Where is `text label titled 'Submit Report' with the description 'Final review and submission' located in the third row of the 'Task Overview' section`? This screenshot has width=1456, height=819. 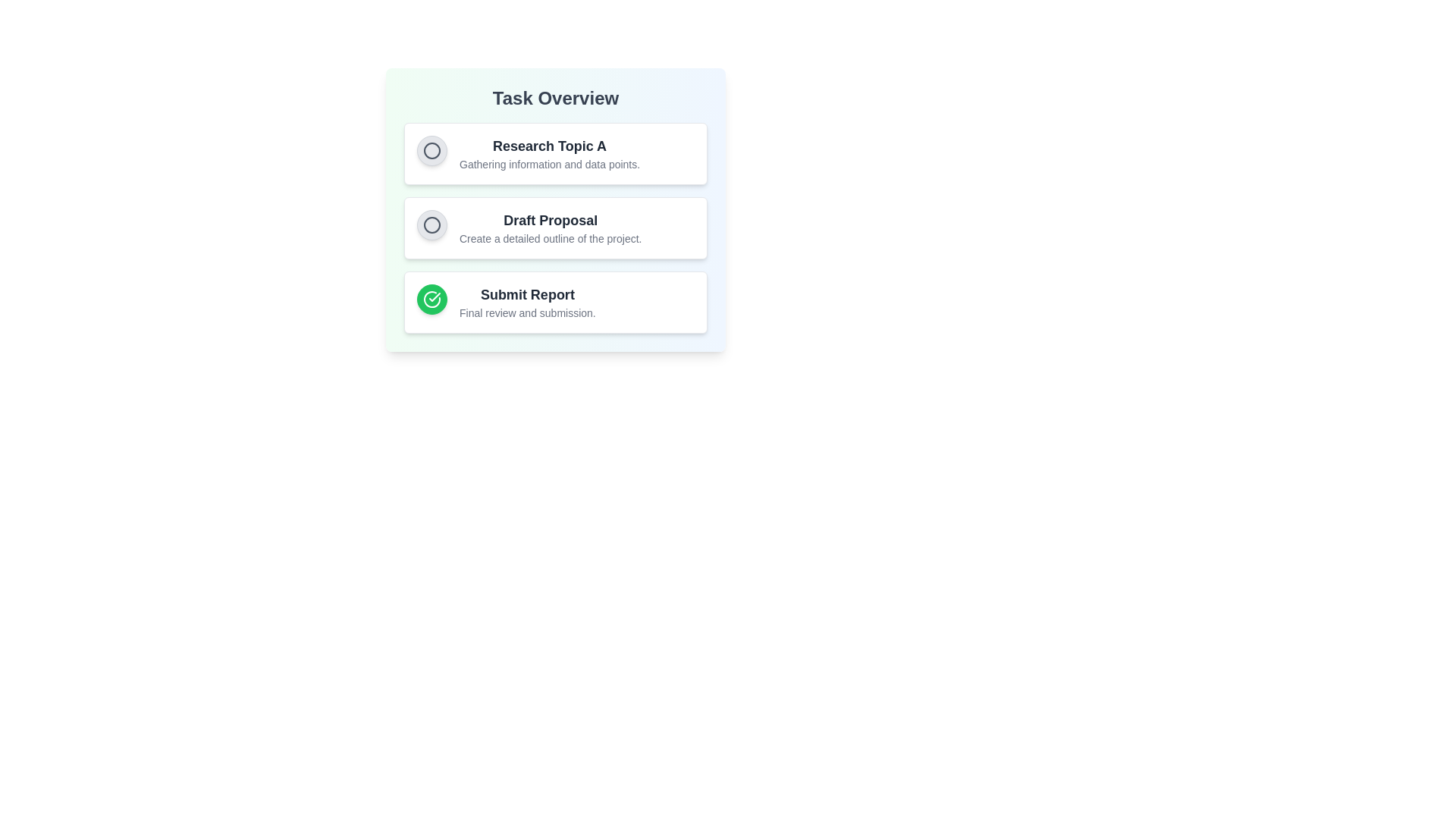
text label titled 'Submit Report' with the description 'Final review and submission' located in the third row of the 'Task Overview' section is located at coordinates (527, 302).